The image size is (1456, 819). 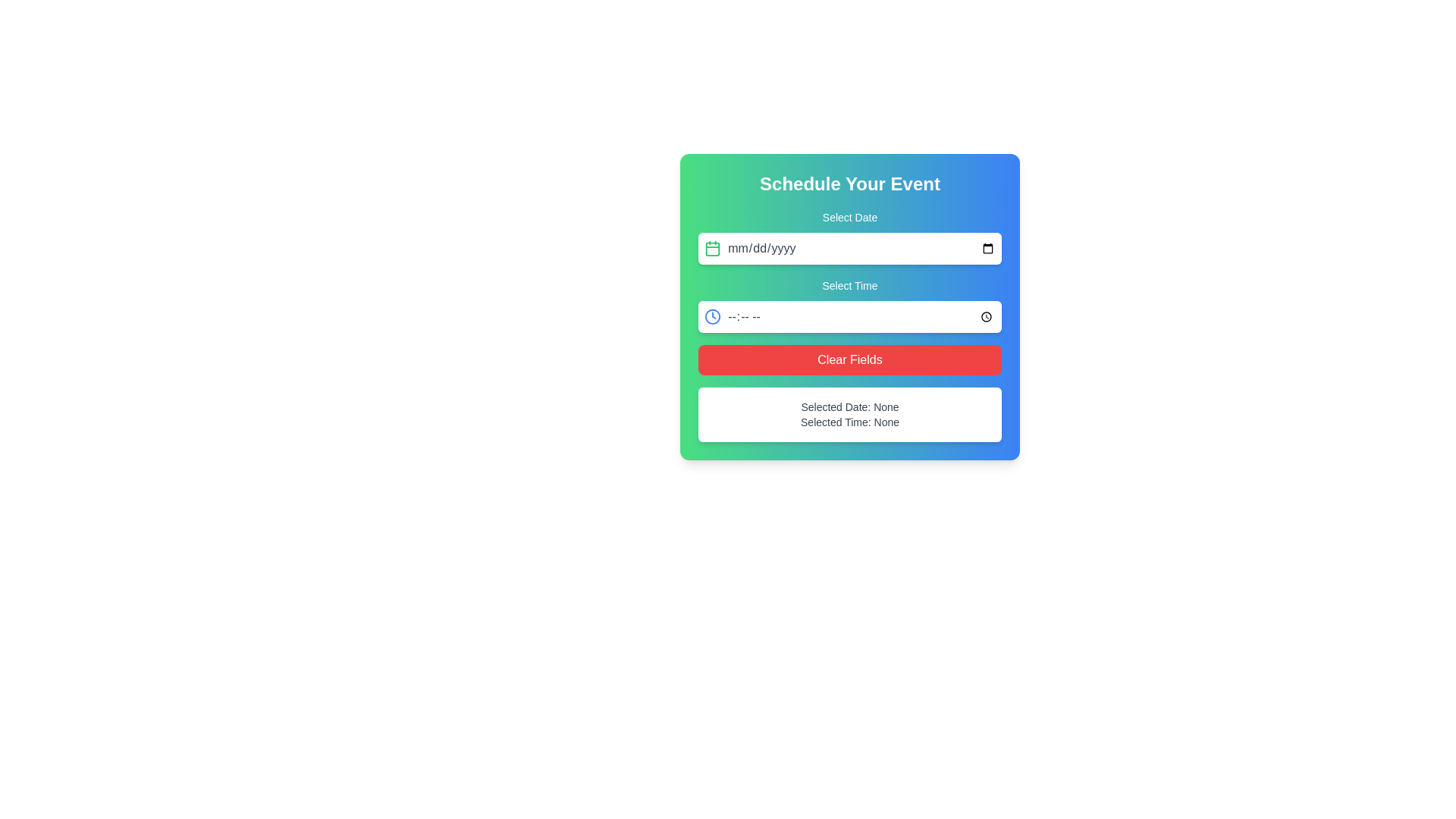 What do you see at coordinates (861, 247) in the screenshot?
I see `the Date input field` at bounding box center [861, 247].